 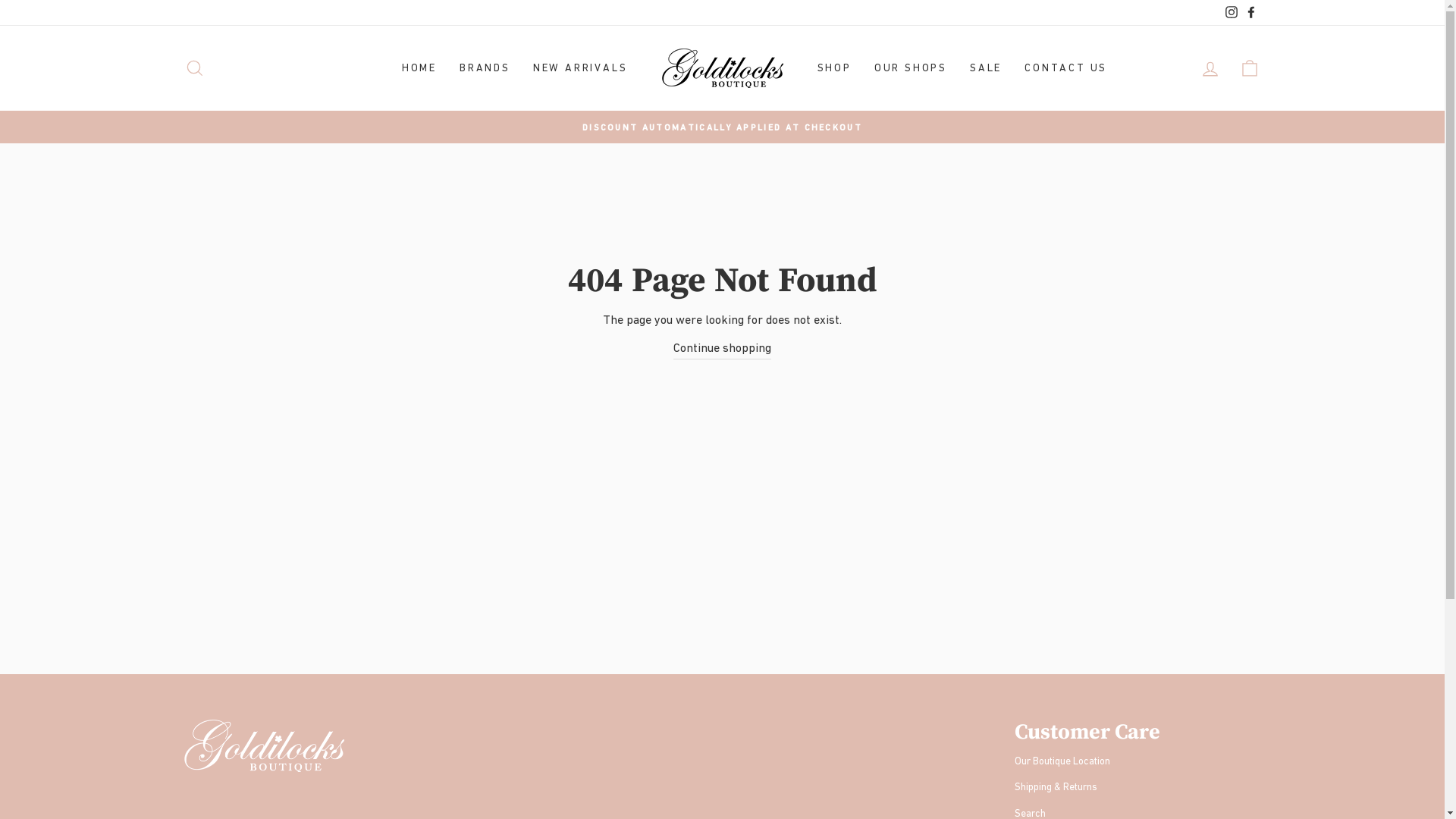 What do you see at coordinates (390, 68) in the screenshot?
I see `'HOME'` at bounding box center [390, 68].